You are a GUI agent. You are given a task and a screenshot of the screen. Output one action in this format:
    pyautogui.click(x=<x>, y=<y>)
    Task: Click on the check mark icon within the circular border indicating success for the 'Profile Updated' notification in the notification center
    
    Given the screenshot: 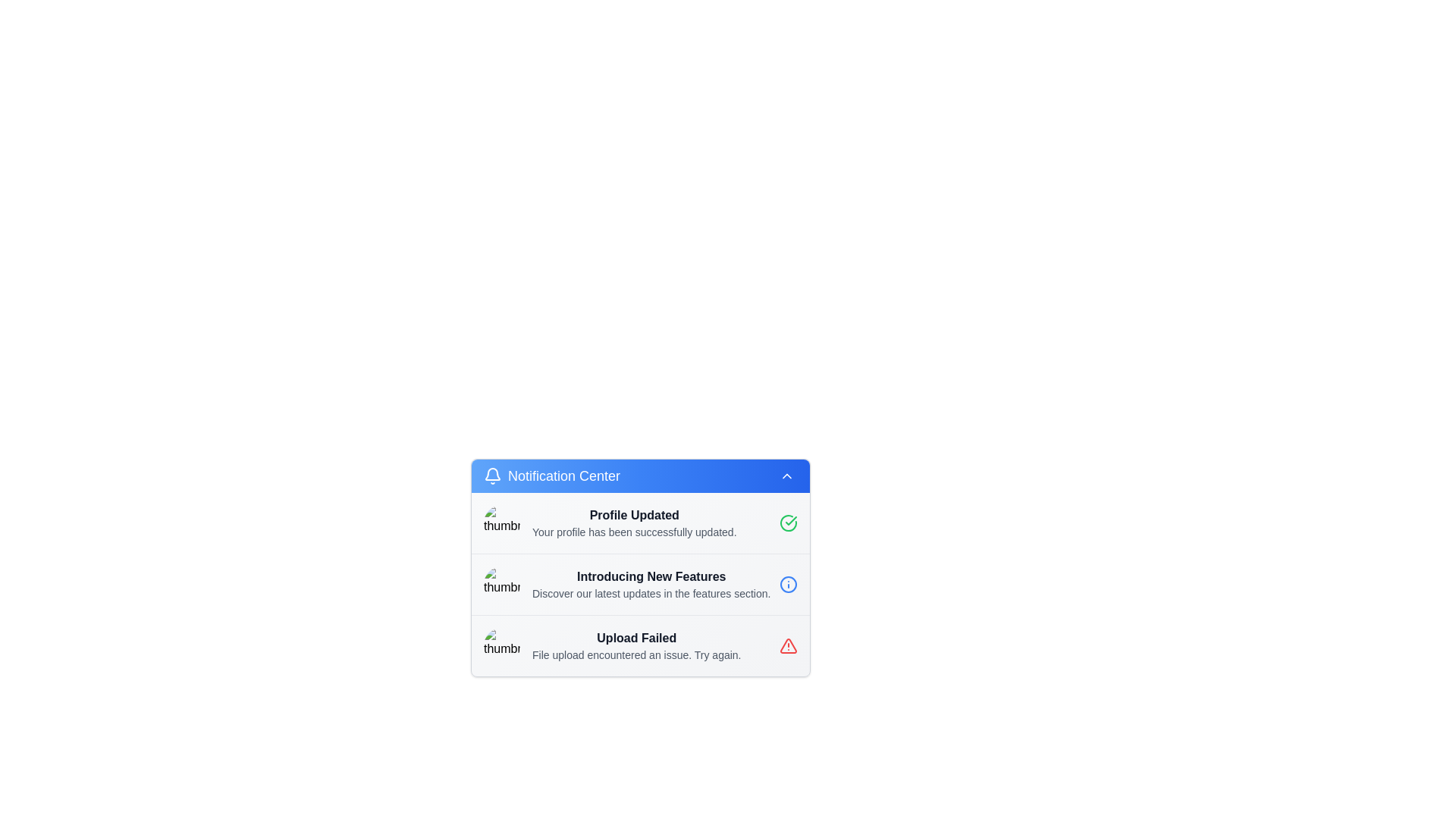 What is the action you would take?
    pyautogui.click(x=790, y=519)
    